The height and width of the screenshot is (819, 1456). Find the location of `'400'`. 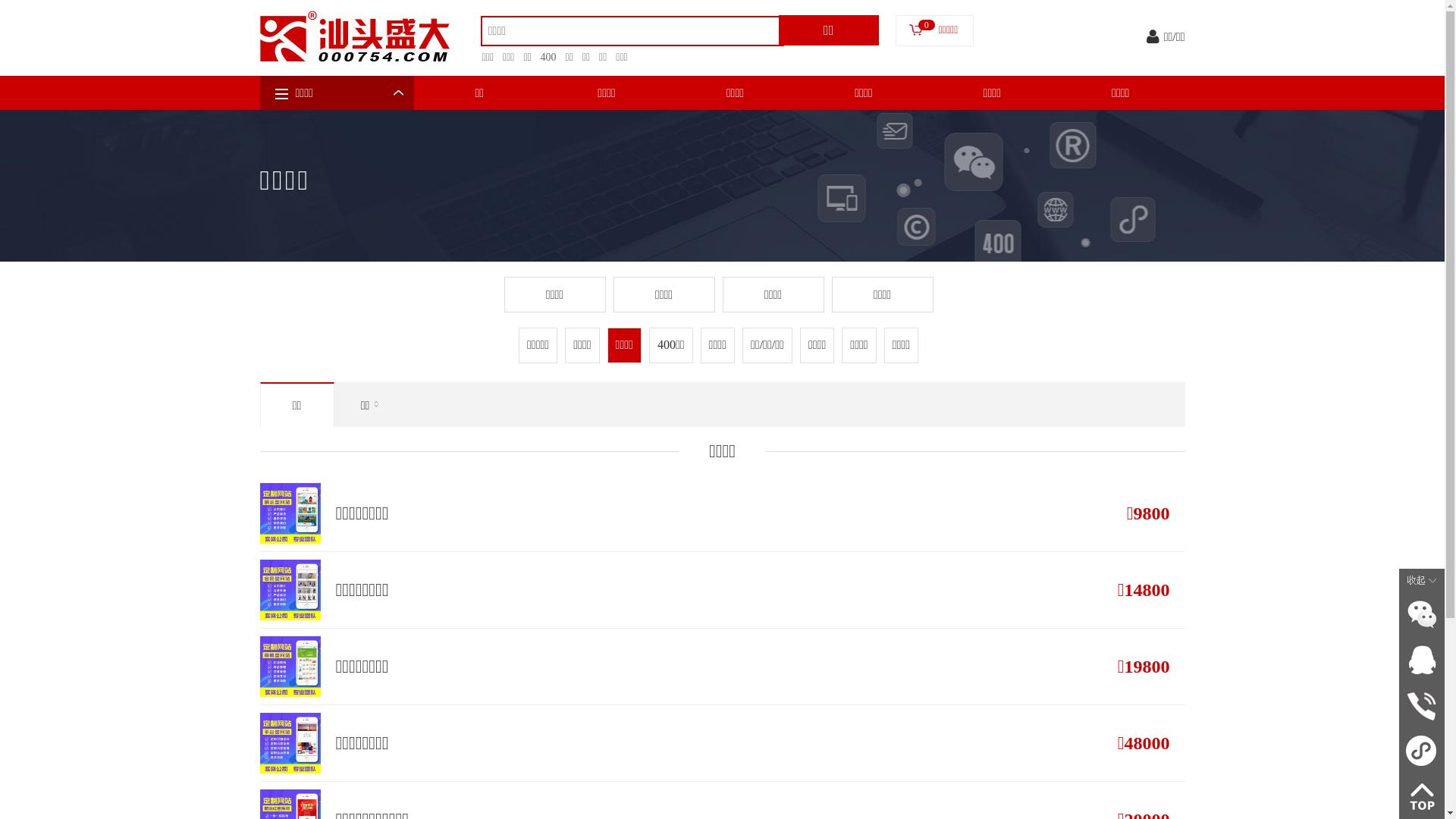

'400' is located at coordinates (544, 57).